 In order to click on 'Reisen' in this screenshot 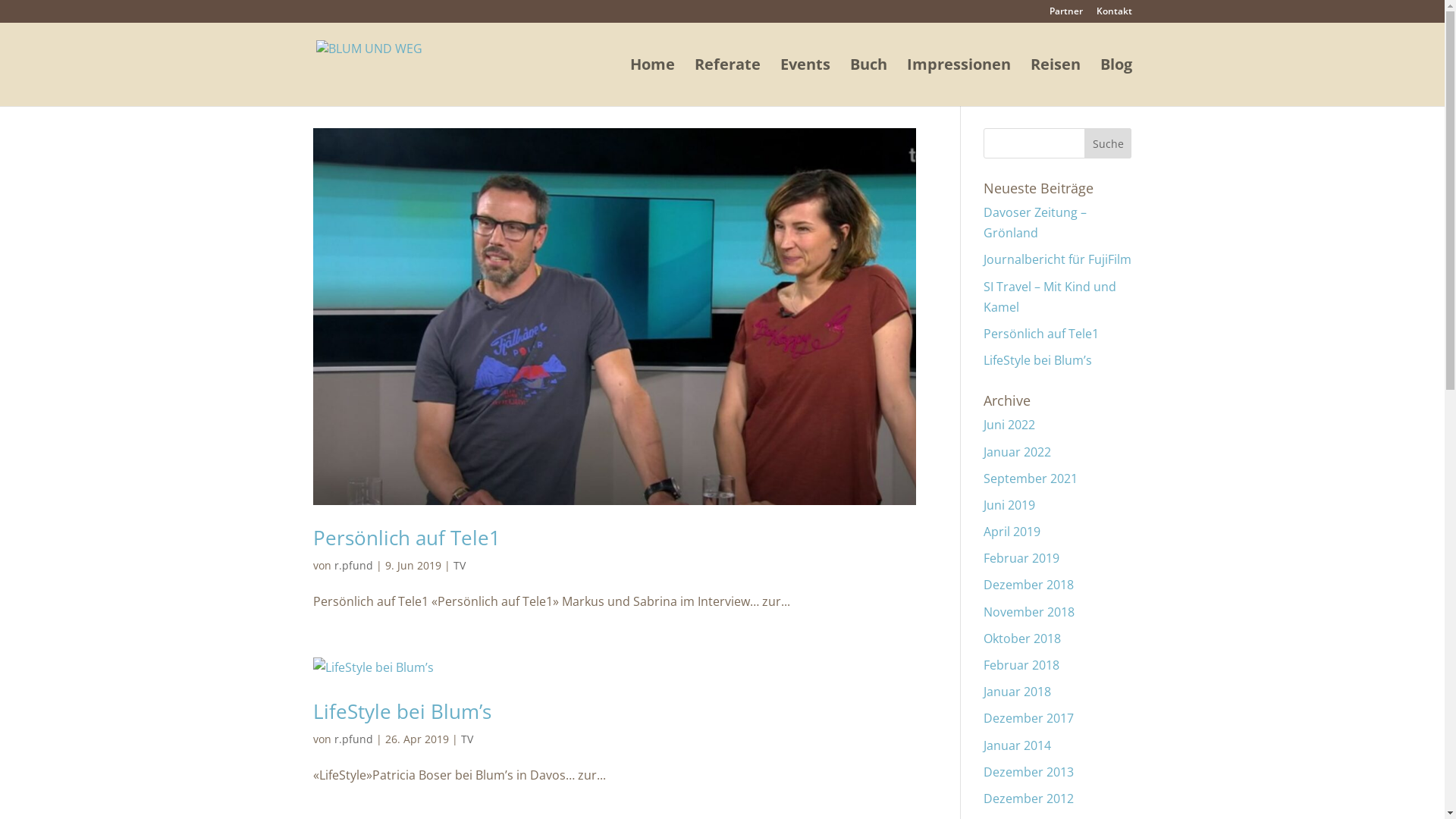, I will do `click(1030, 82)`.